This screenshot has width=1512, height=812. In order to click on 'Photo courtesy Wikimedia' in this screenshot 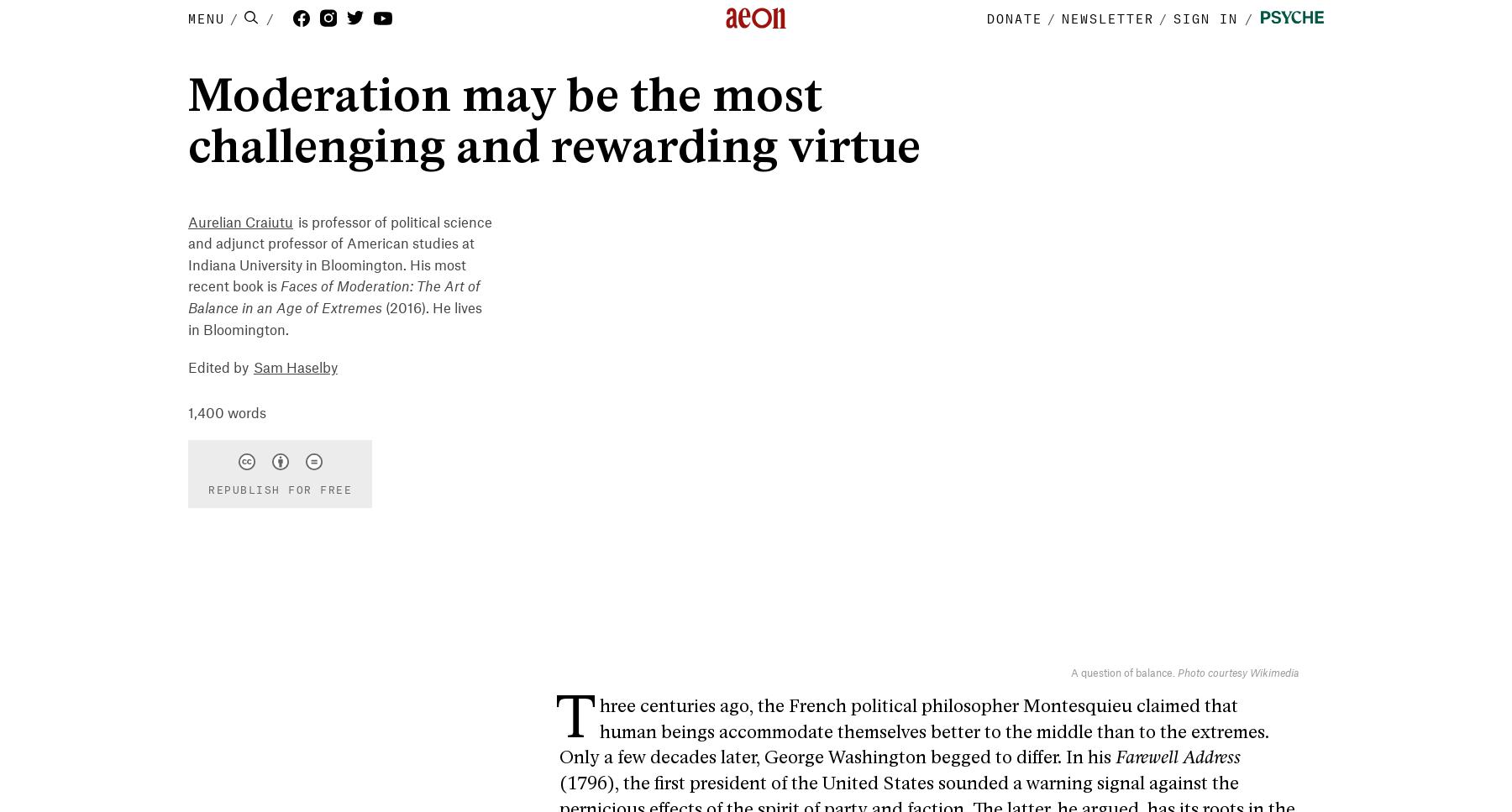, I will do `click(1238, 671)`.